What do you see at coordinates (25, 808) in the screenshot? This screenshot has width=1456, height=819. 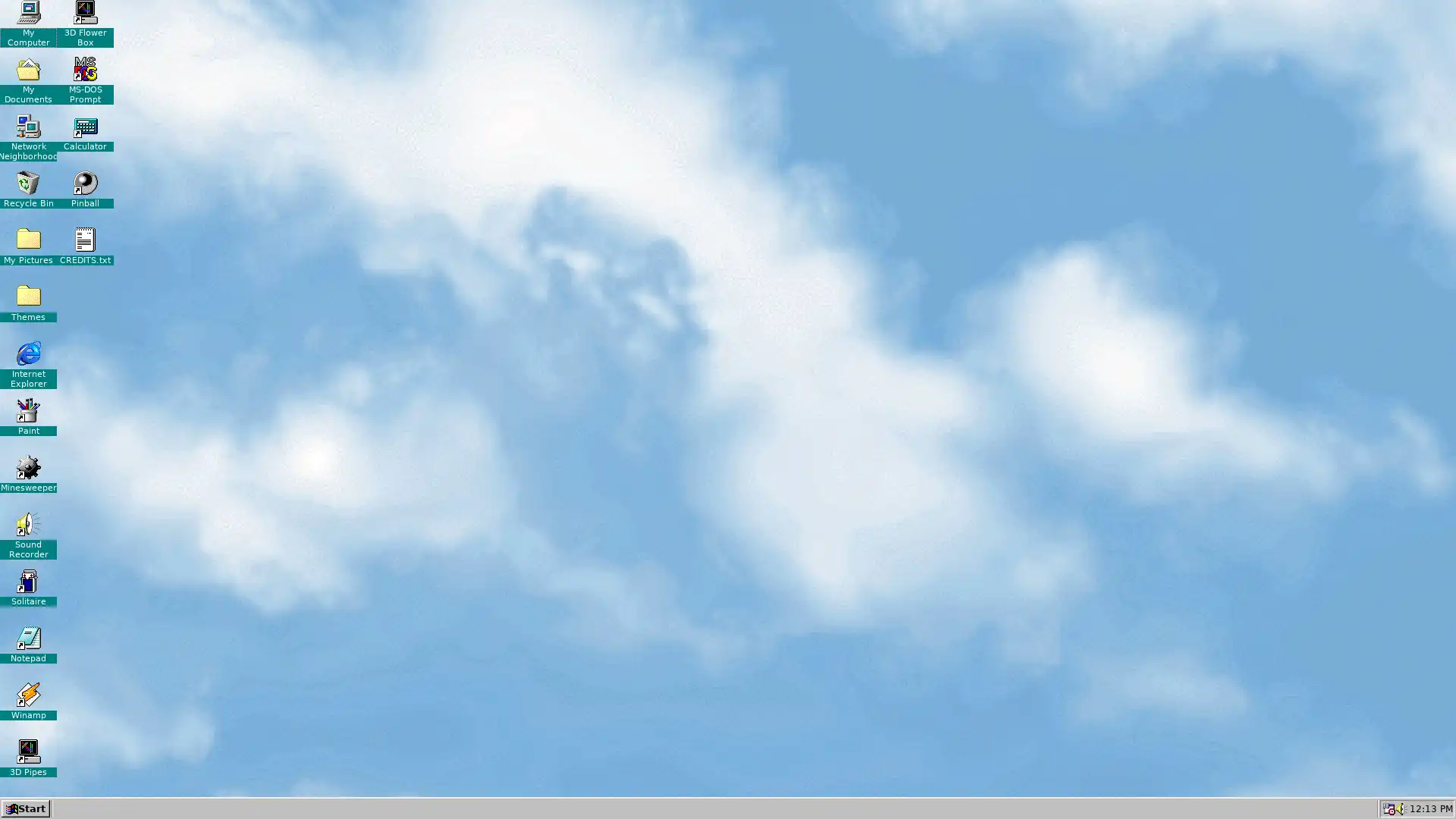 I see `Start` at bounding box center [25, 808].